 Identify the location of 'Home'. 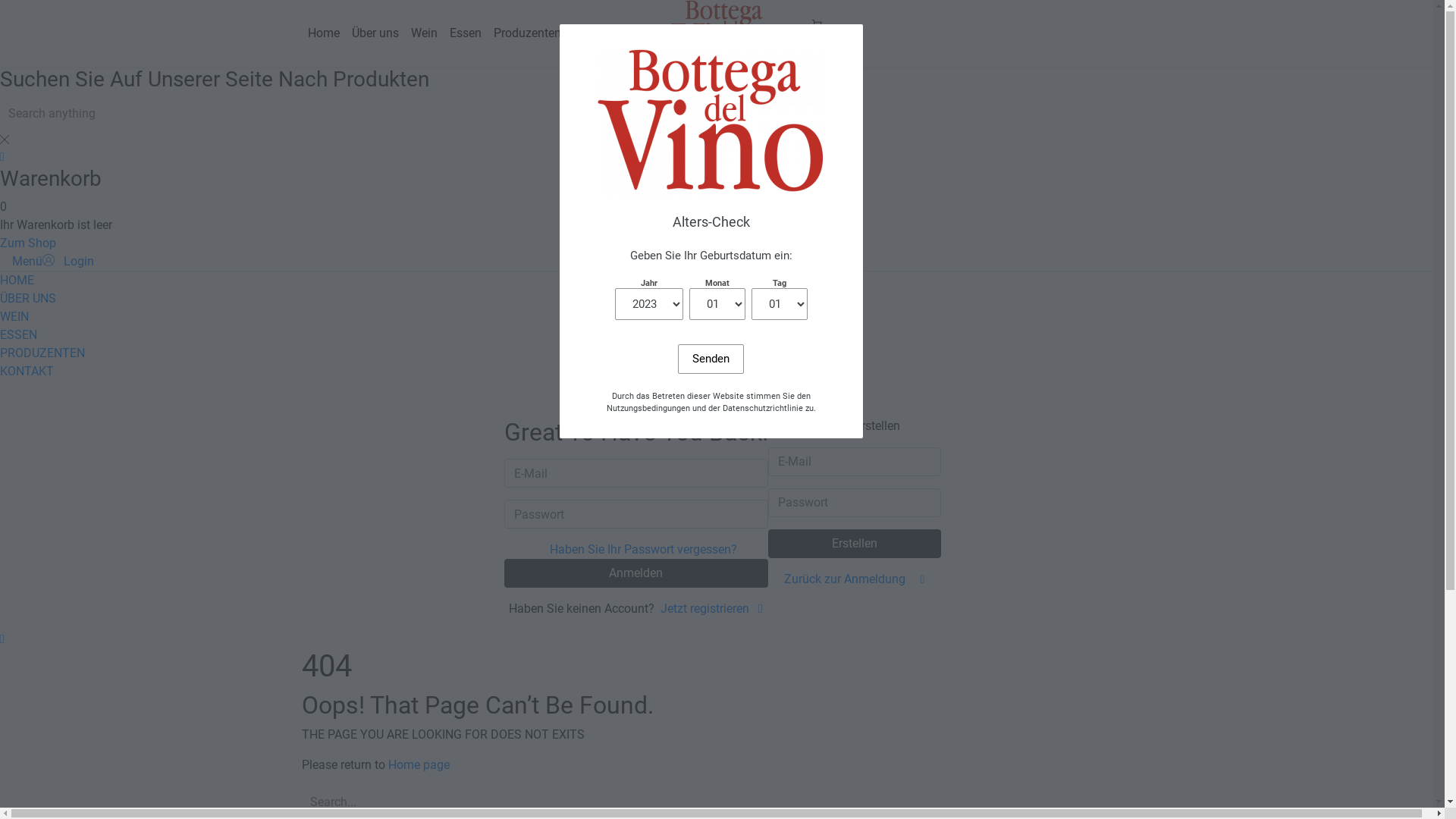
(323, 33).